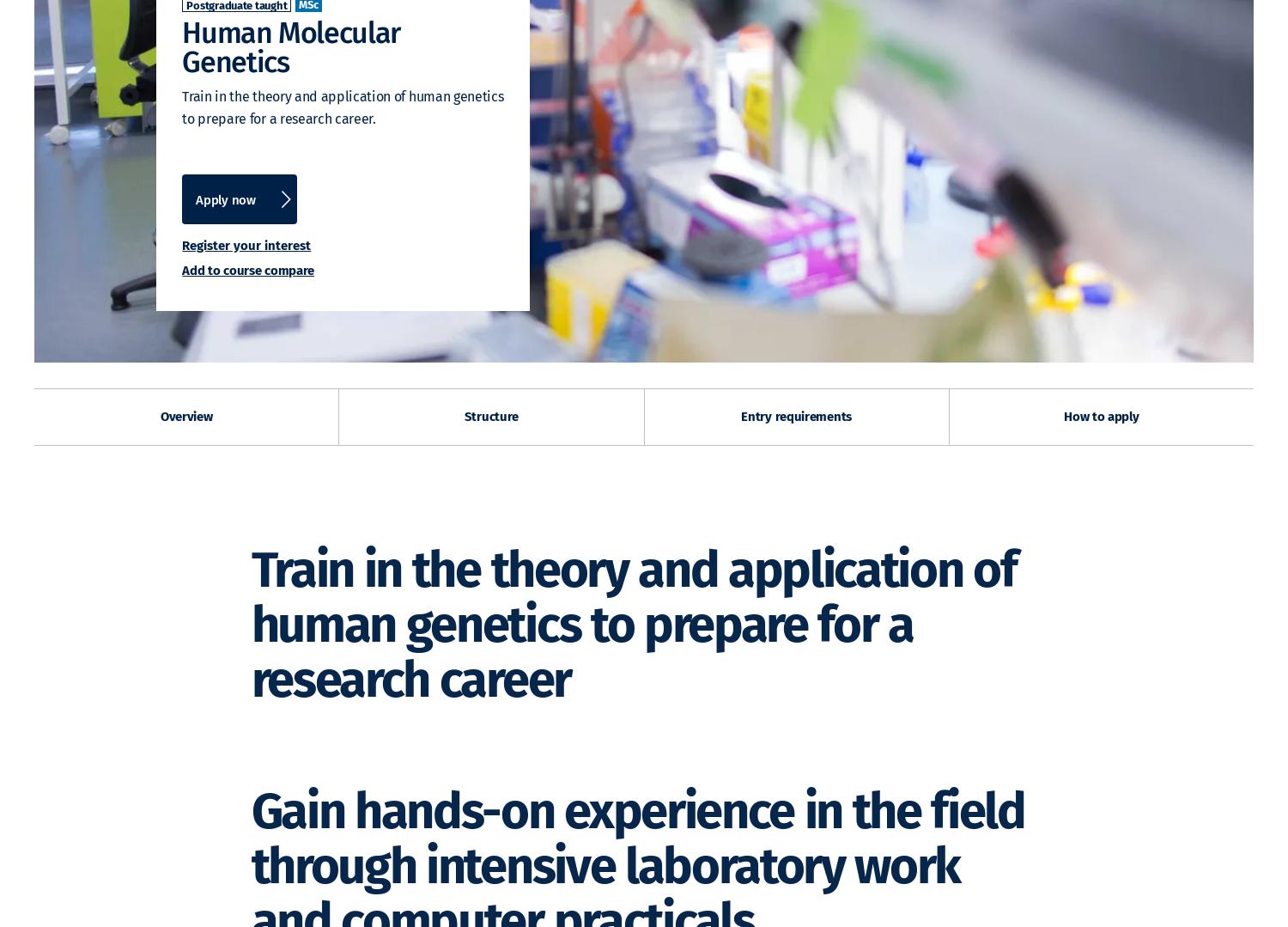 The height and width of the screenshot is (927, 1288). What do you see at coordinates (1101, 416) in the screenshot?
I see `'How to apply'` at bounding box center [1101, 416].